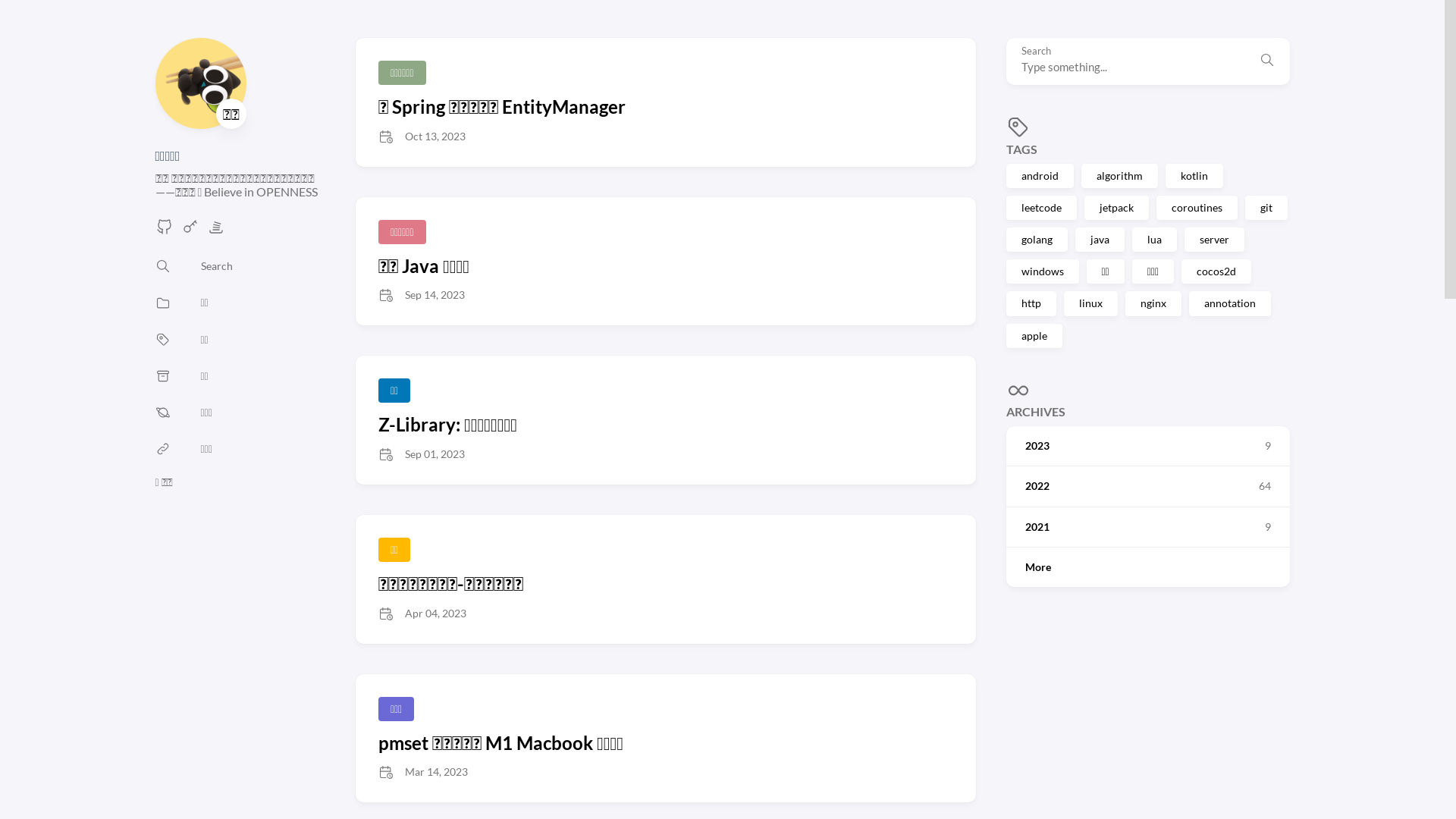  What do you see at coordinates (1266, 207) in the screenshot?
I see `'git'` at bounding box center [1266, 207].